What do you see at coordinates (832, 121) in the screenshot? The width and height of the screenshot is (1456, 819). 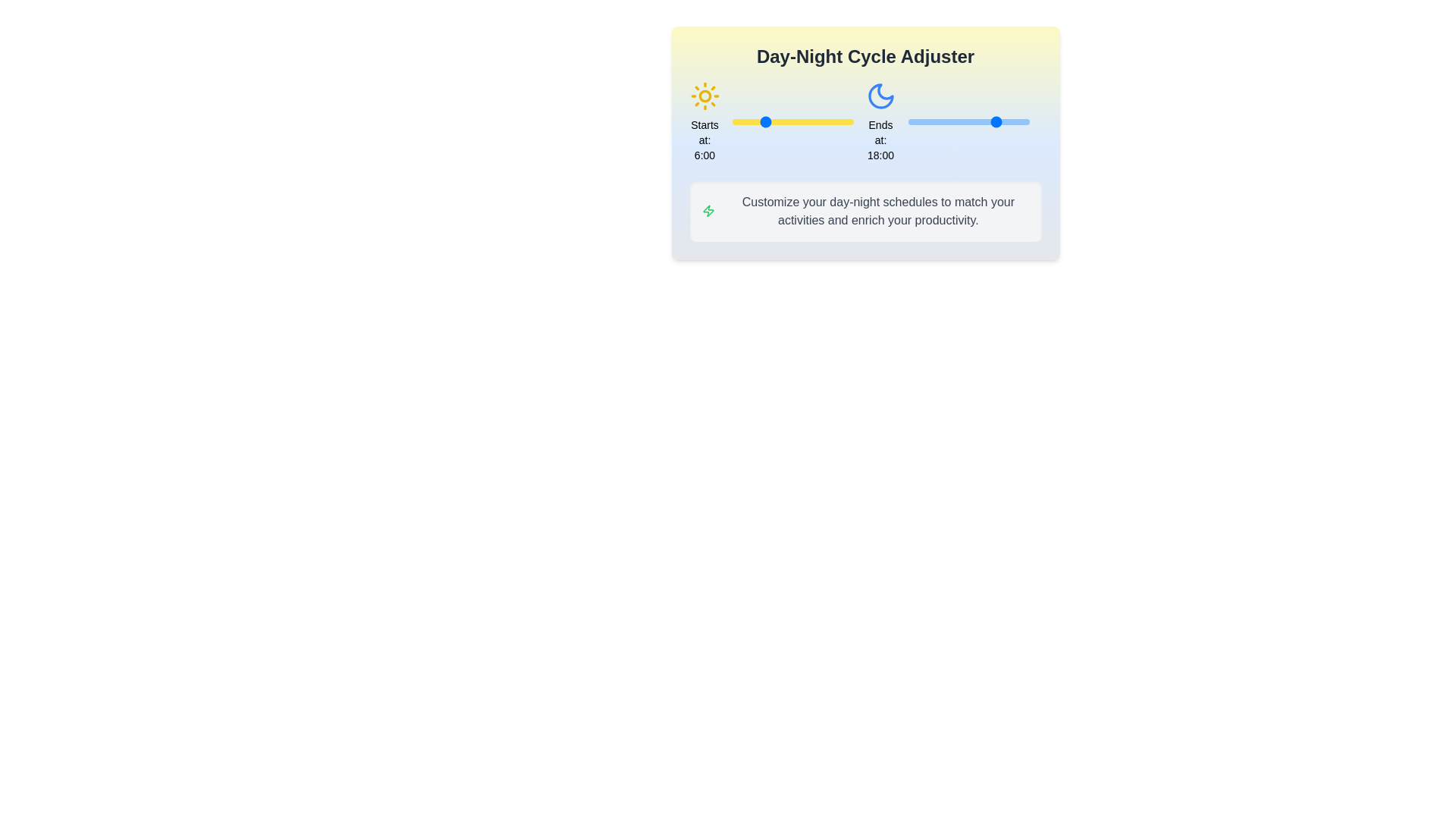 I see `the start time of the day cycle to 20 hours using the left slider` at bounding box center [832, 121].